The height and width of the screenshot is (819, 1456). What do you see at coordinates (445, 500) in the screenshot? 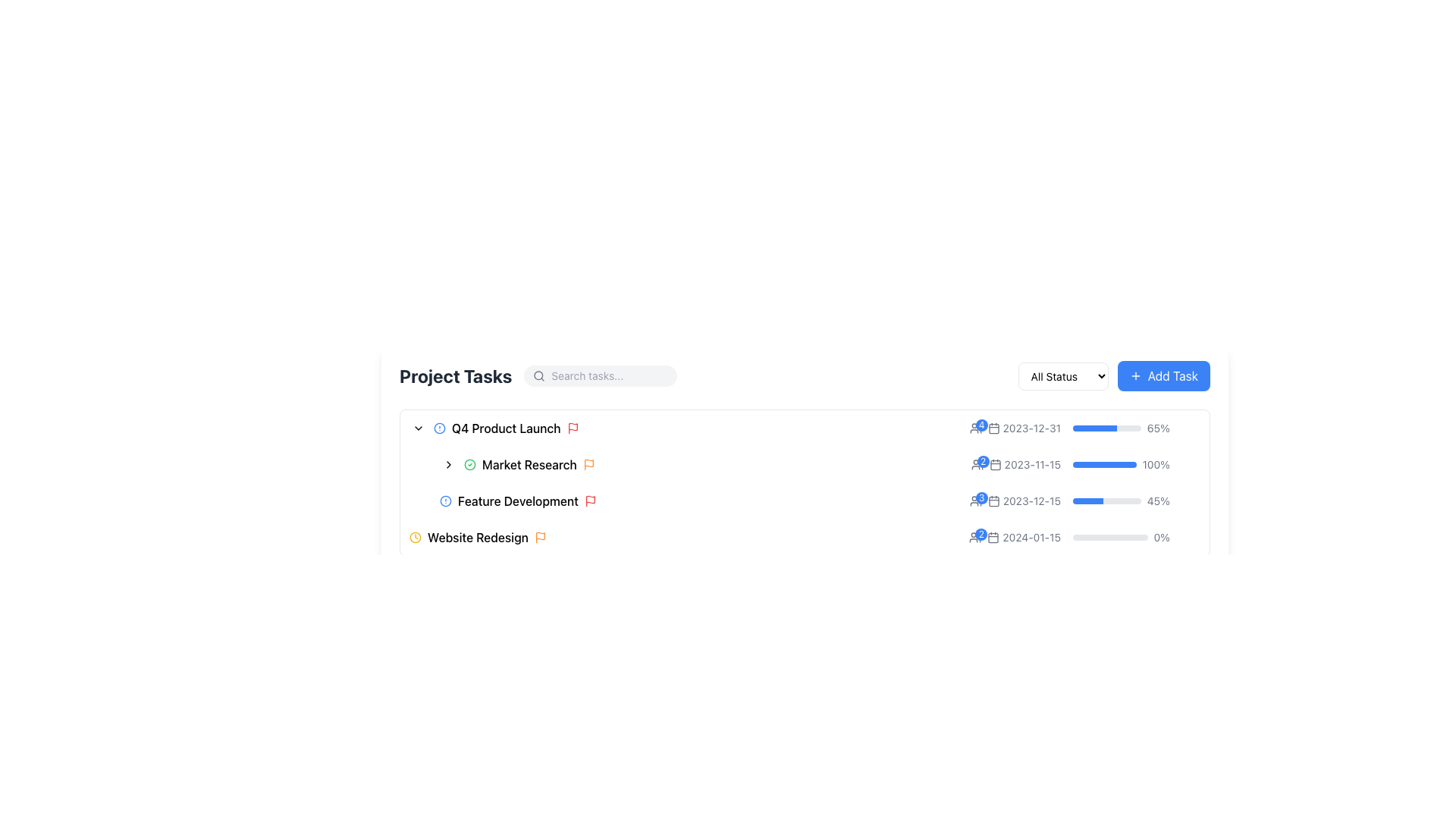
I see `the alert icon indicating the state of alert for the 'Feature Development' task, which is visually represented as an SVG graphic located to the left of the task text` at bounding box center [445, 500].